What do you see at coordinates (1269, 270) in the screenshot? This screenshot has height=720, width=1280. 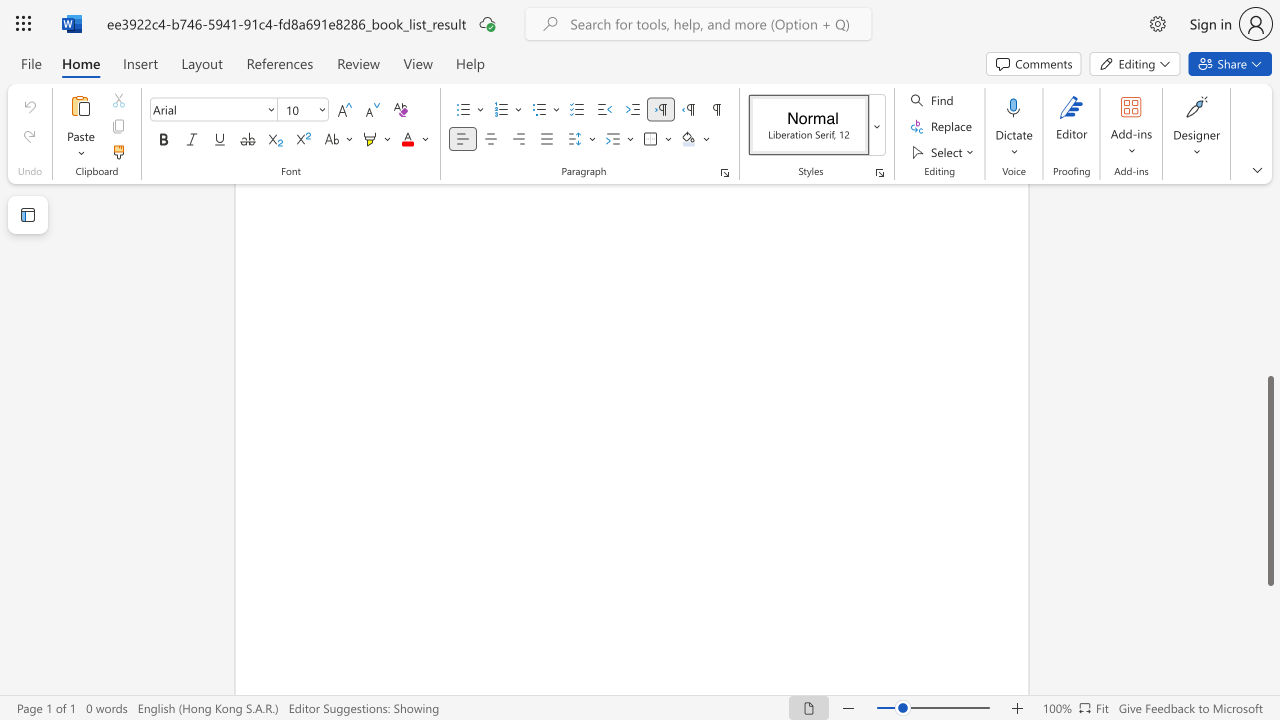 I see `the scrollbar to move the page up` at bounding box center [1269, 270].